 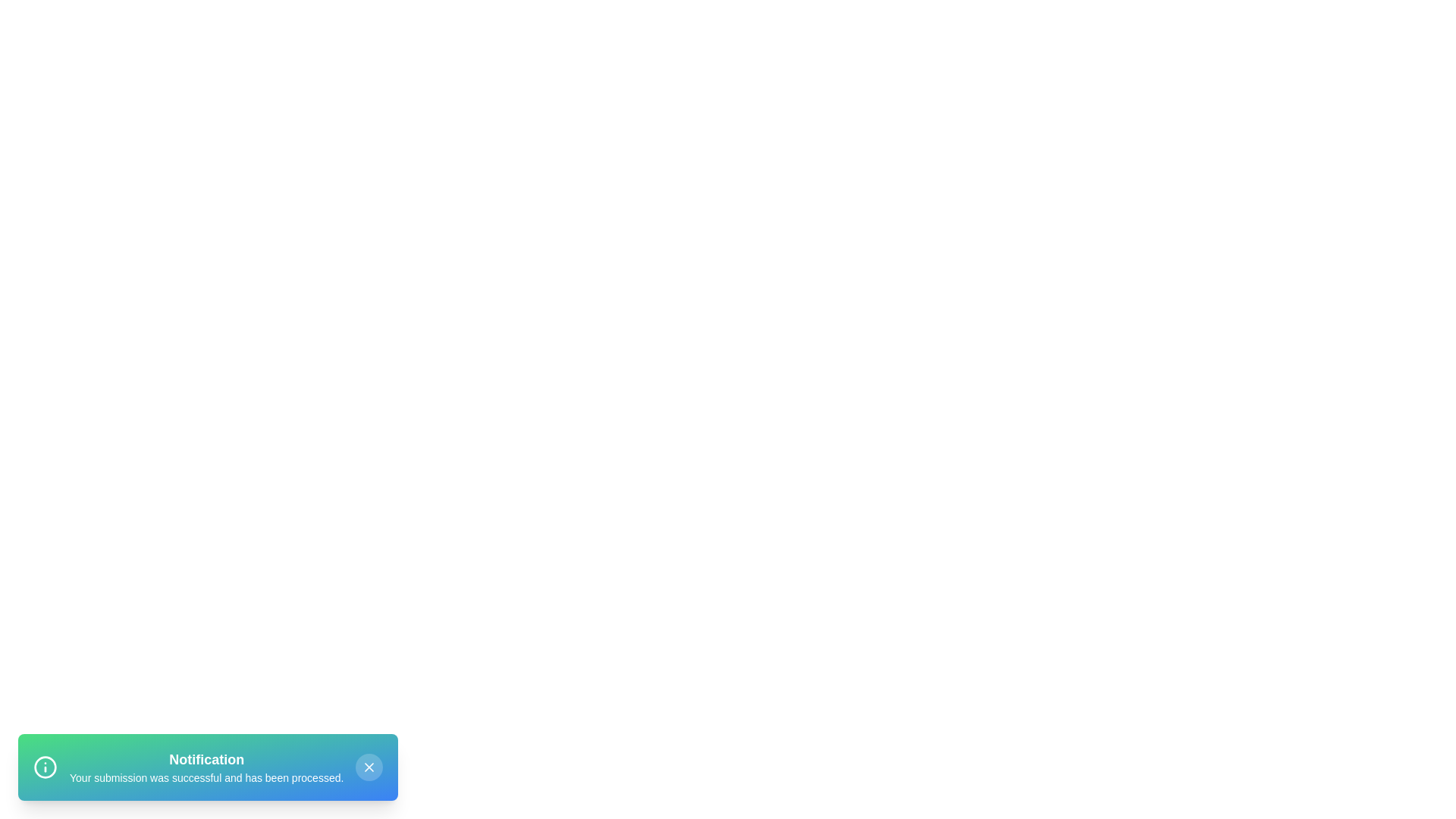 What do you see at coordinates (45, 767) in the screenshot?
I see `the notification icon to inspect it` at bounding box center [45, 767].